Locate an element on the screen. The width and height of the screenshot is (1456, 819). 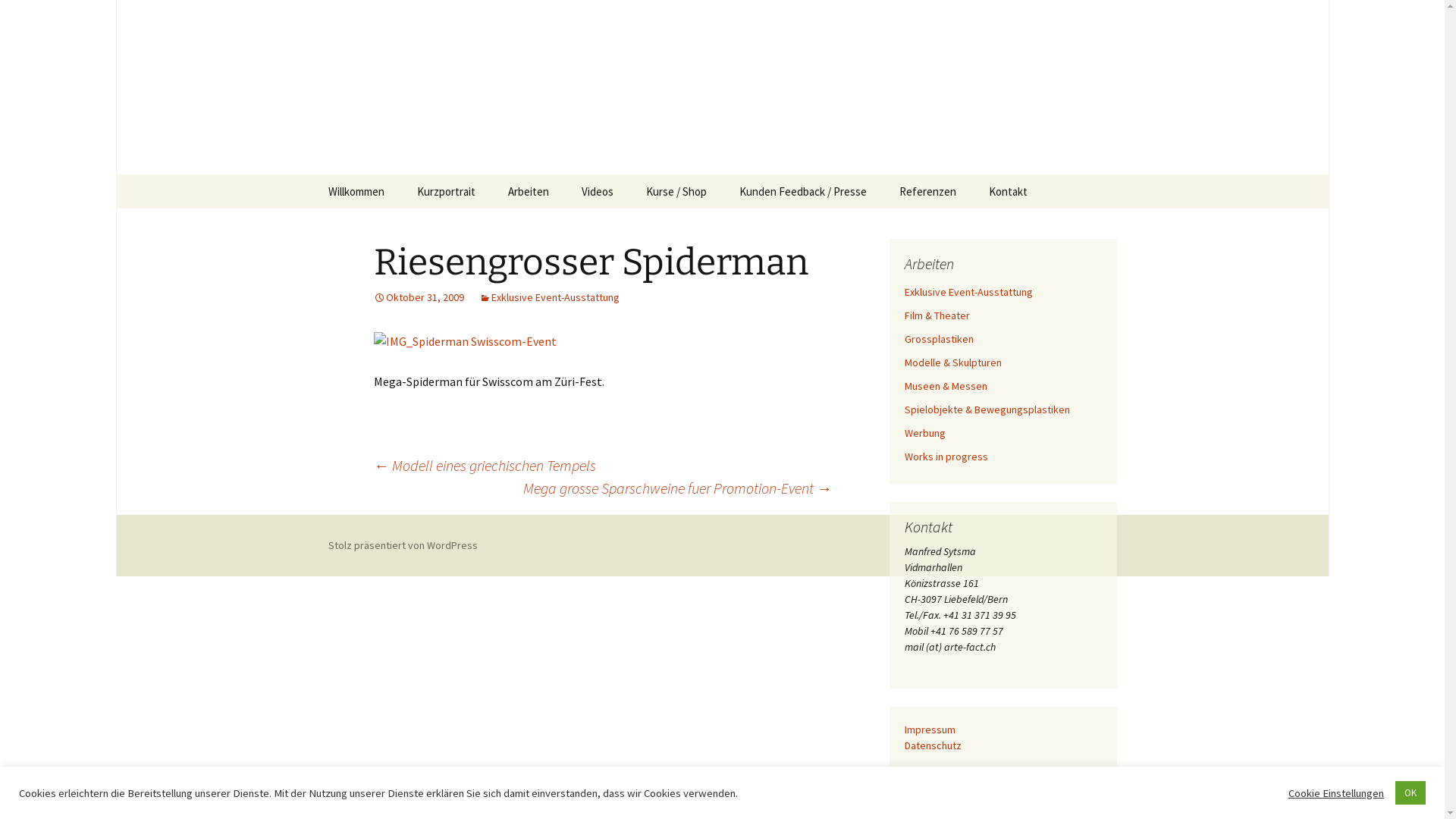
'Suche' is located at coordinates (18, 17).